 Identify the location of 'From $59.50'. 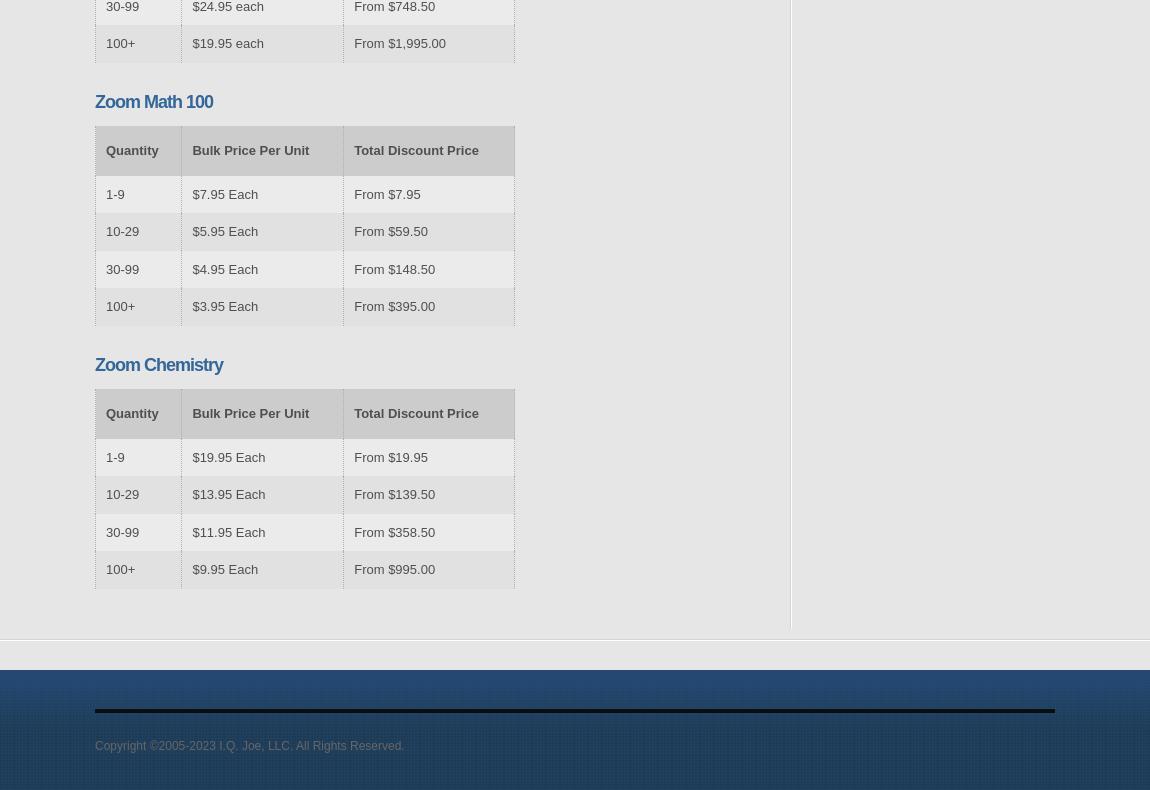
(390, 231).